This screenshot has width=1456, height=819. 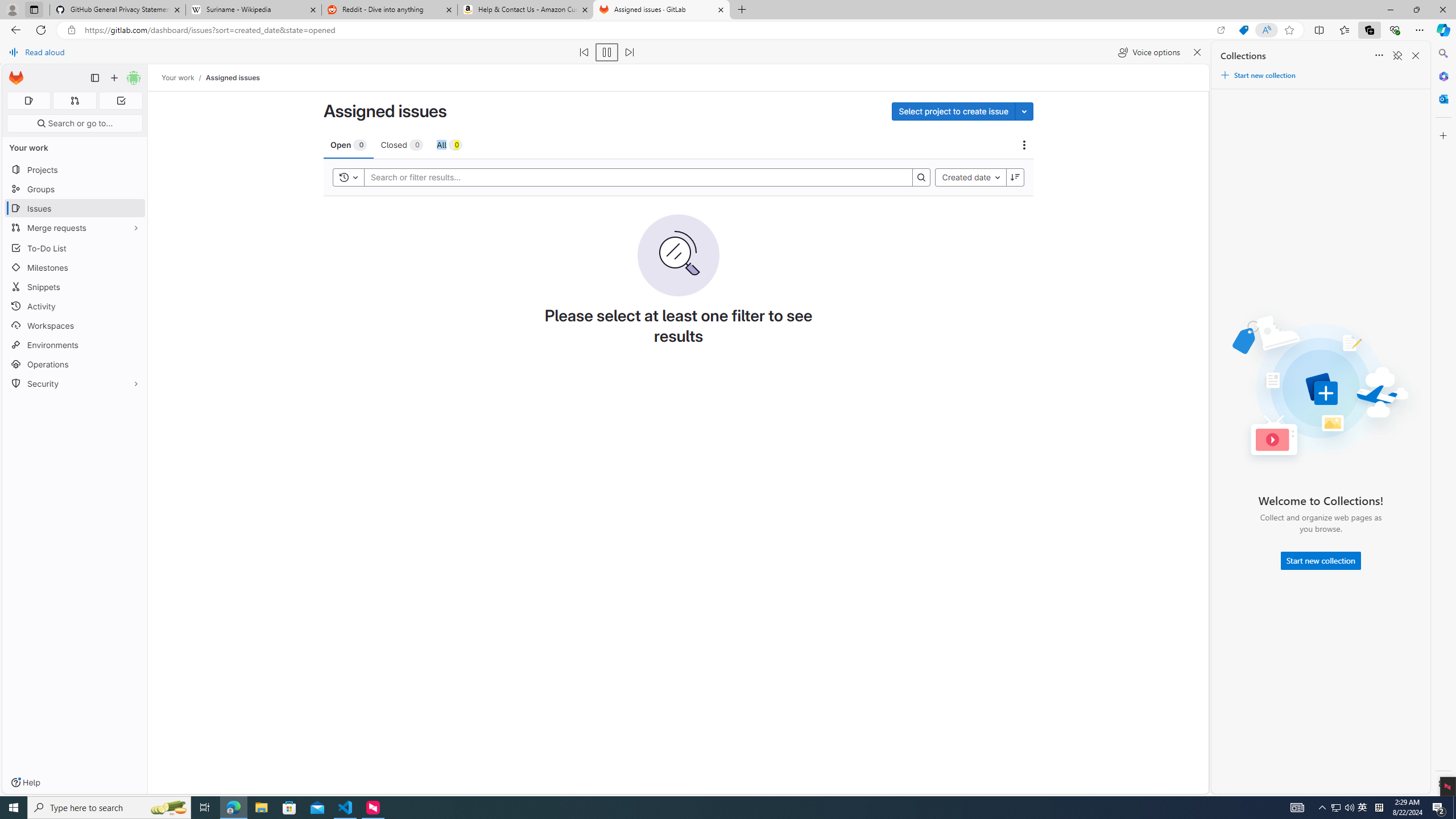 What do you see at coordinates (74, 305) in the screenshot?
I see `'Activity'` at bounding box center [74, 305].